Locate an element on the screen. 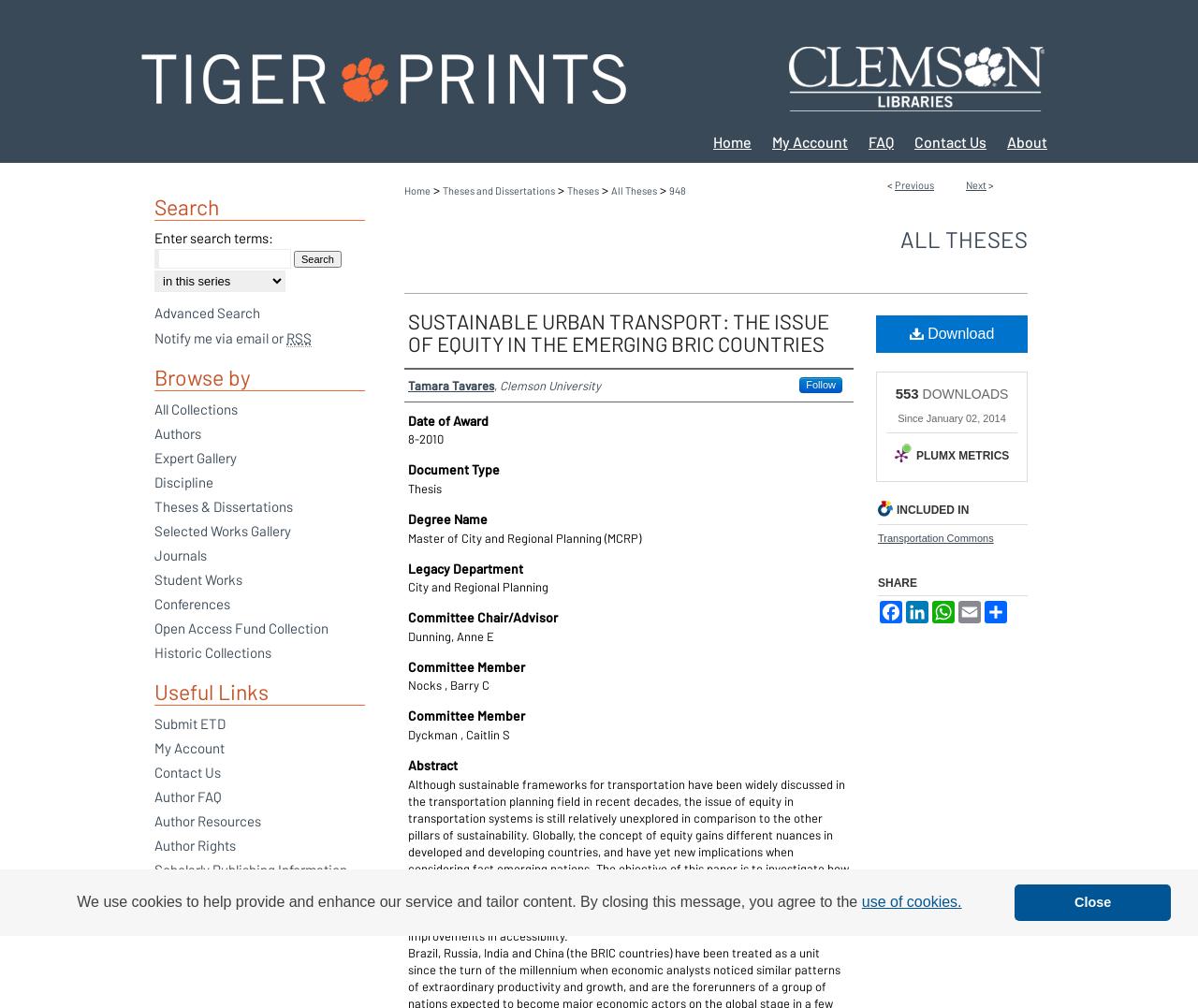 This screenshot has width=1198, height=1008. 'Abstract' is located at coordinates (431, 764).